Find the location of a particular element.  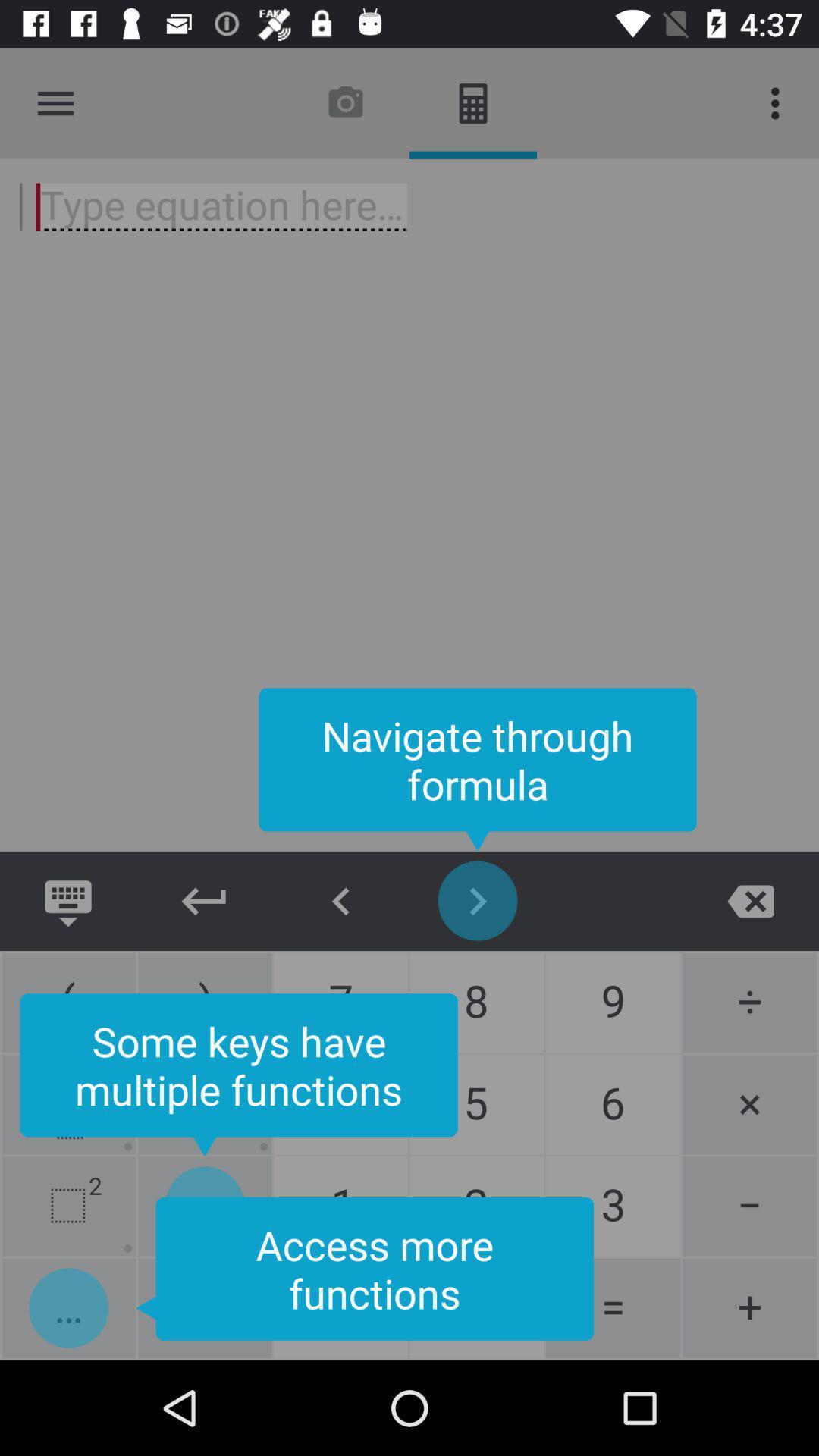

the button left to is located at coordinates (612, 1307).